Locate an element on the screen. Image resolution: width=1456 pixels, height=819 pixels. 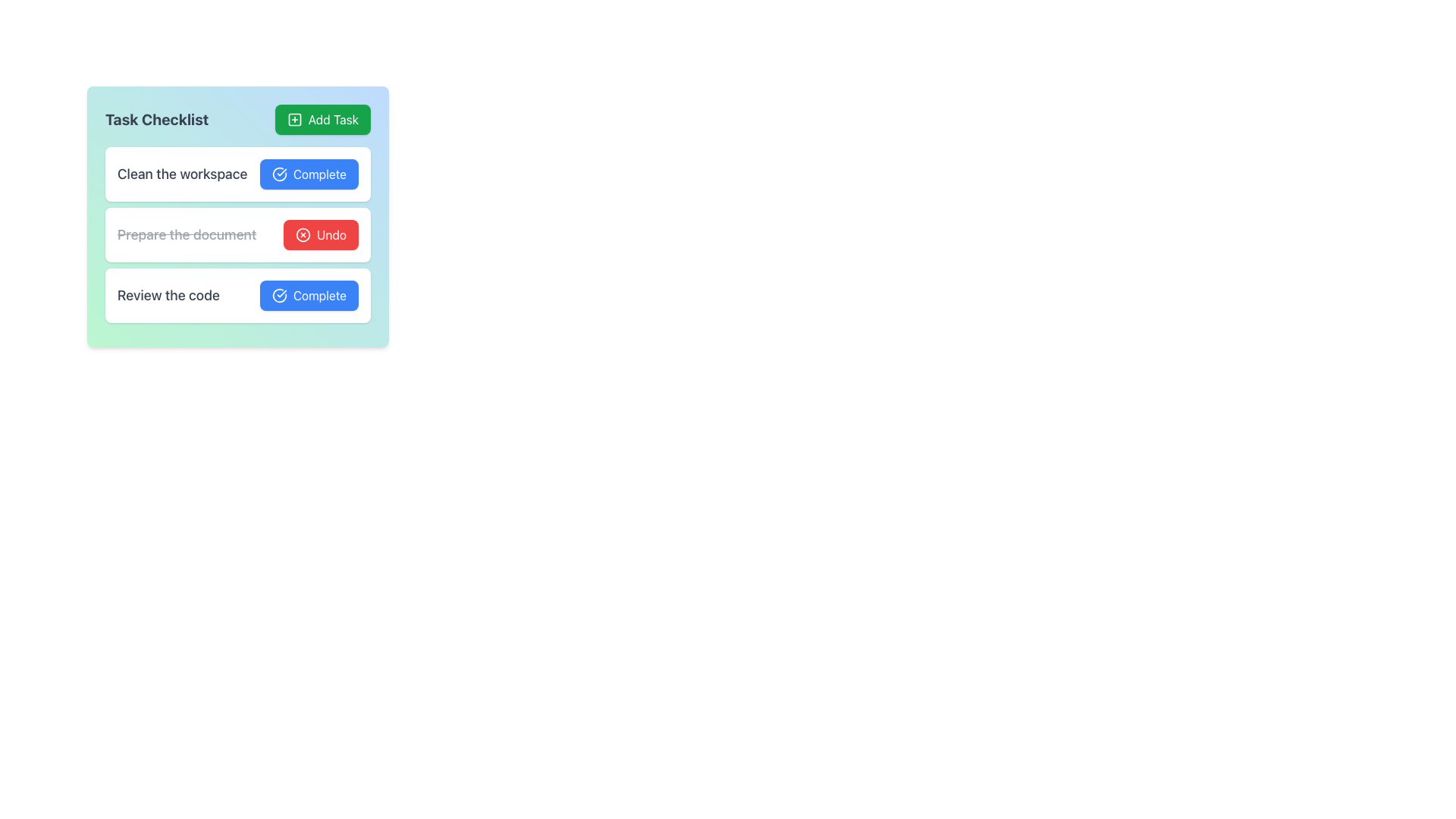
the Text label within the green button that adds a task to the Task Checklist is located at coordinates (332, 119).